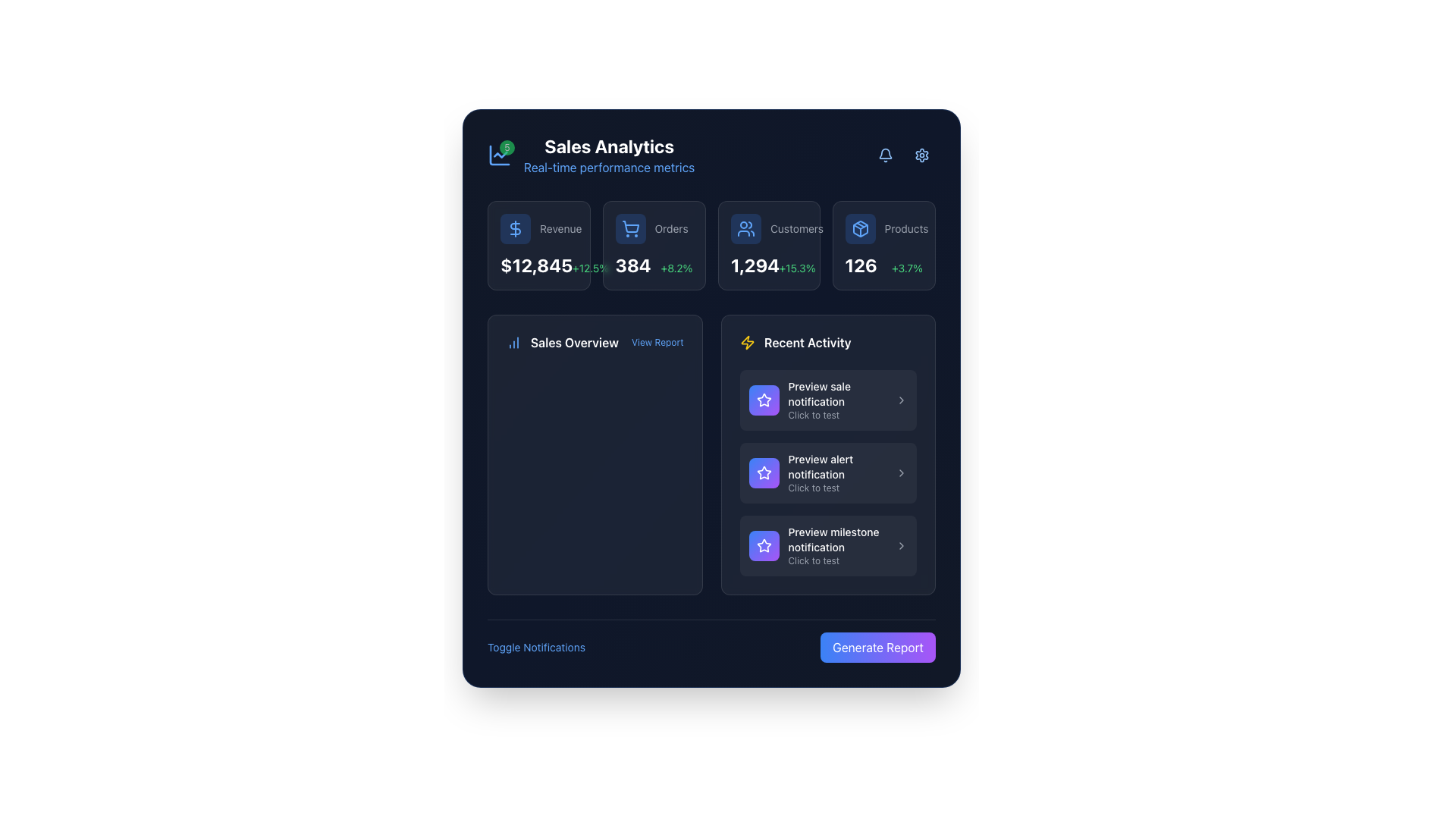 The width and height of the screenshot is (1456, 819). I want to click on the 'Products' category SVG icon located in the top-right corner of the statistics section of the analytics dashboard, so click(861, 228).